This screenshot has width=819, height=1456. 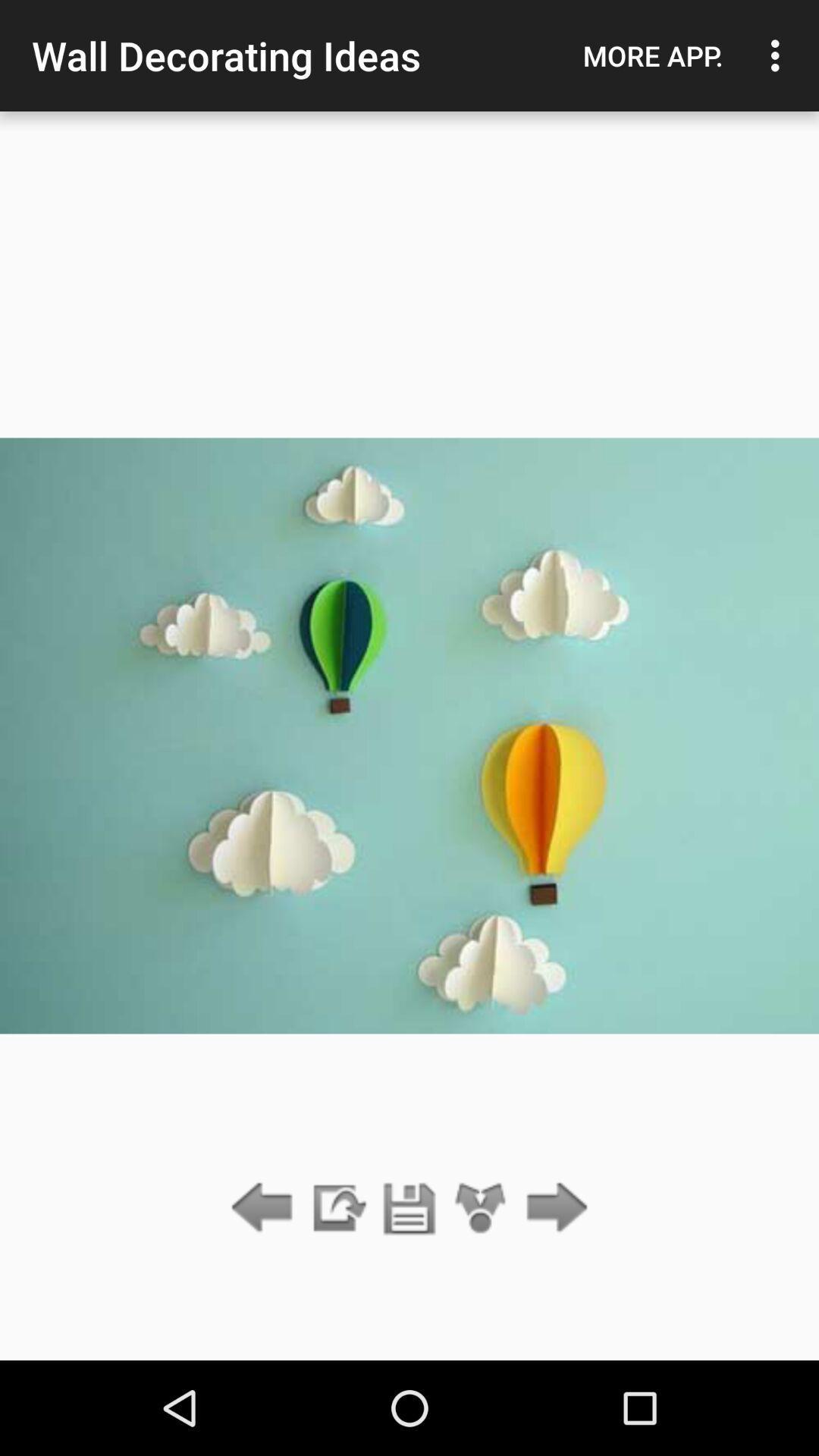 What do you see at coordinates (652, 55) in the screenshot?
I see `the icon next to the wall decorating ideas item` at bounding box center [652, 55].